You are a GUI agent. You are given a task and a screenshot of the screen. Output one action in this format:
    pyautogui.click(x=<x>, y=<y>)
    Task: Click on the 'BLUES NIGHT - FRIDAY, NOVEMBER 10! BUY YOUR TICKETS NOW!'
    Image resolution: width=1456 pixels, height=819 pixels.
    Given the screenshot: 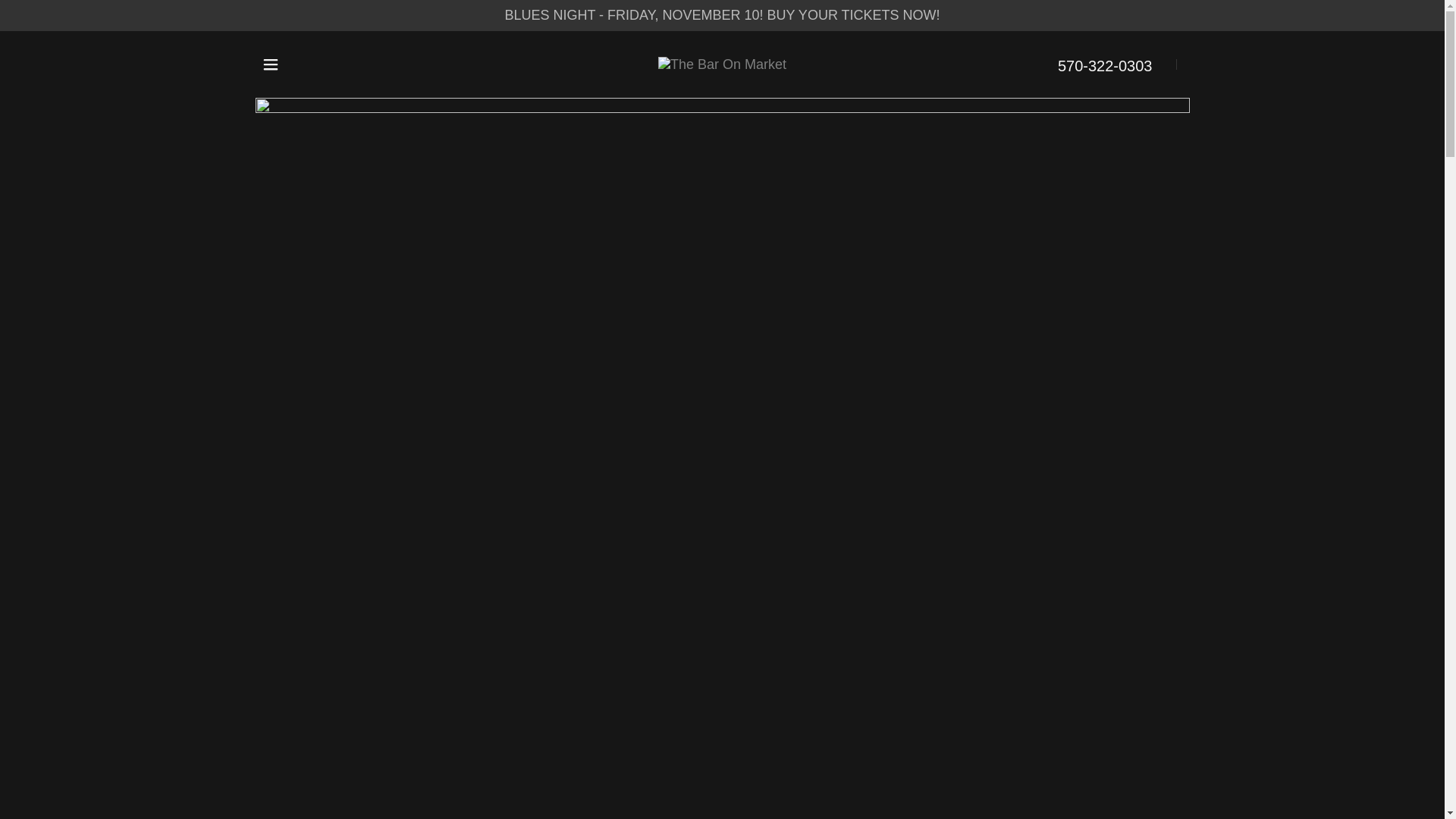 What is the action you would take?
    pyautogui.click(x=721, y=15)
    